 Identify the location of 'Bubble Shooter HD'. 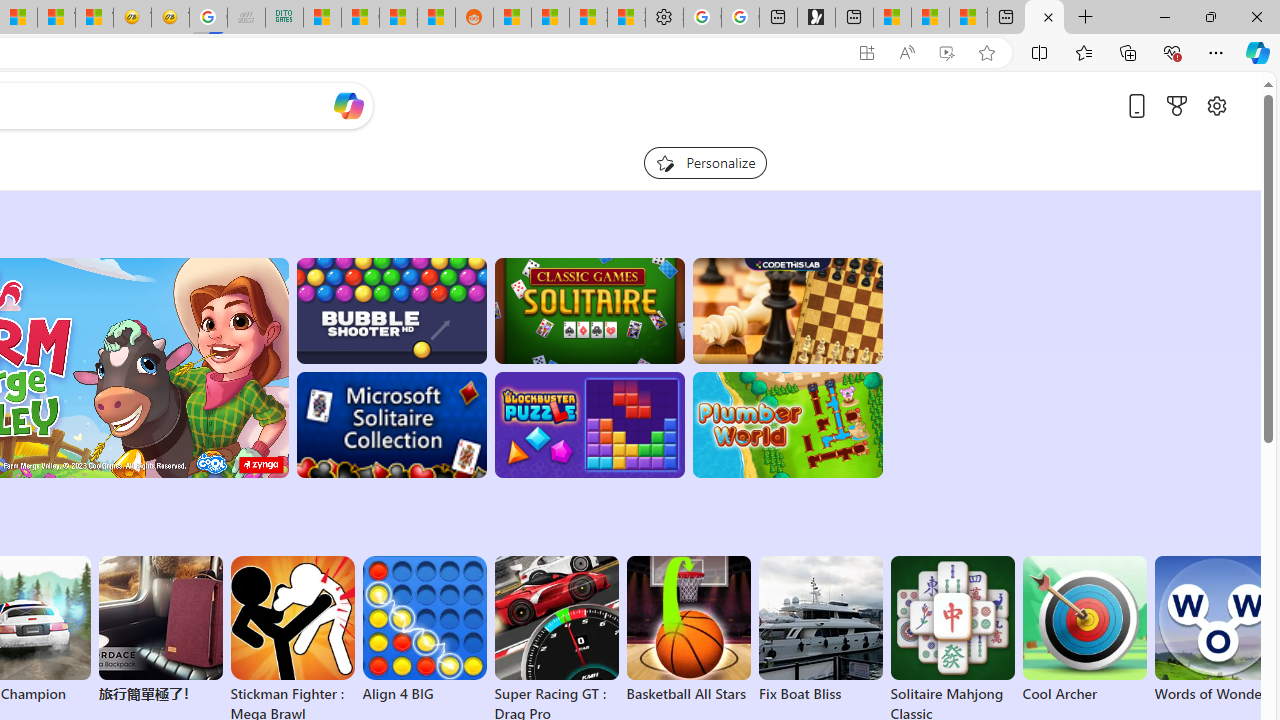
(391, 311).